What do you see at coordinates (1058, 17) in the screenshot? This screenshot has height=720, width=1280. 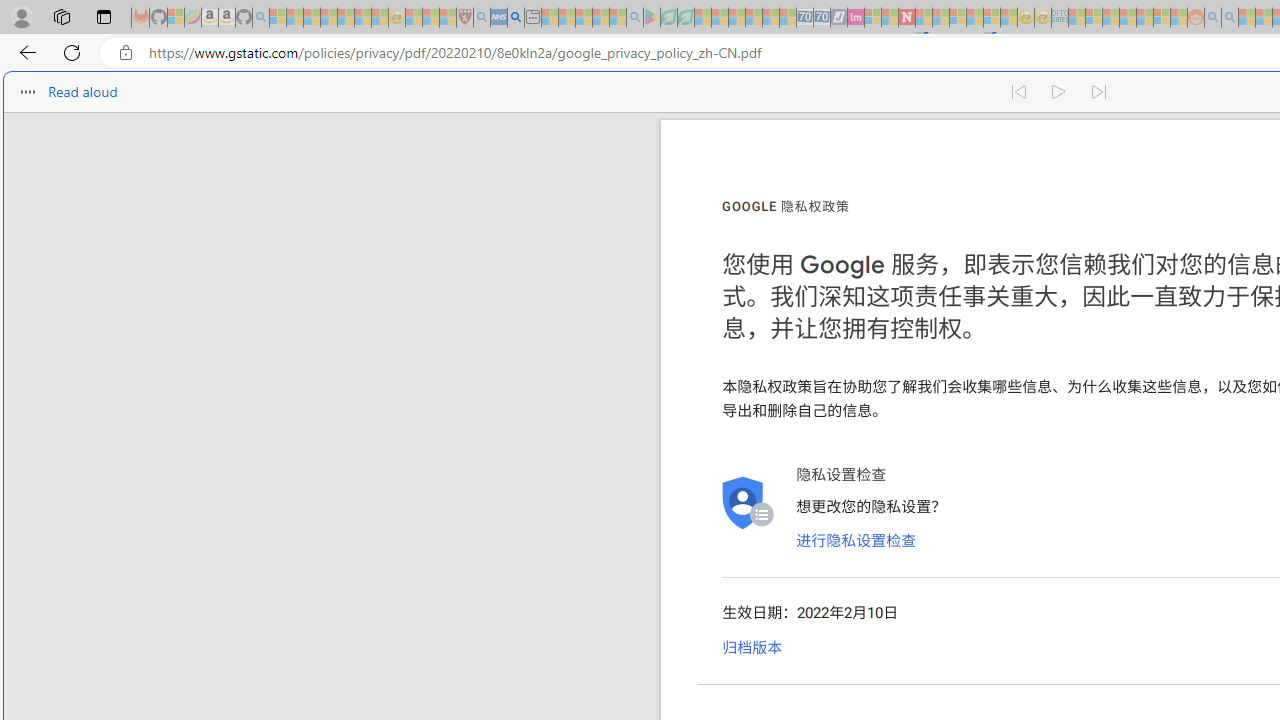 I see `'DITOGAMES AG Imprint - Sleeping'` at bounding box center [1058, 17].